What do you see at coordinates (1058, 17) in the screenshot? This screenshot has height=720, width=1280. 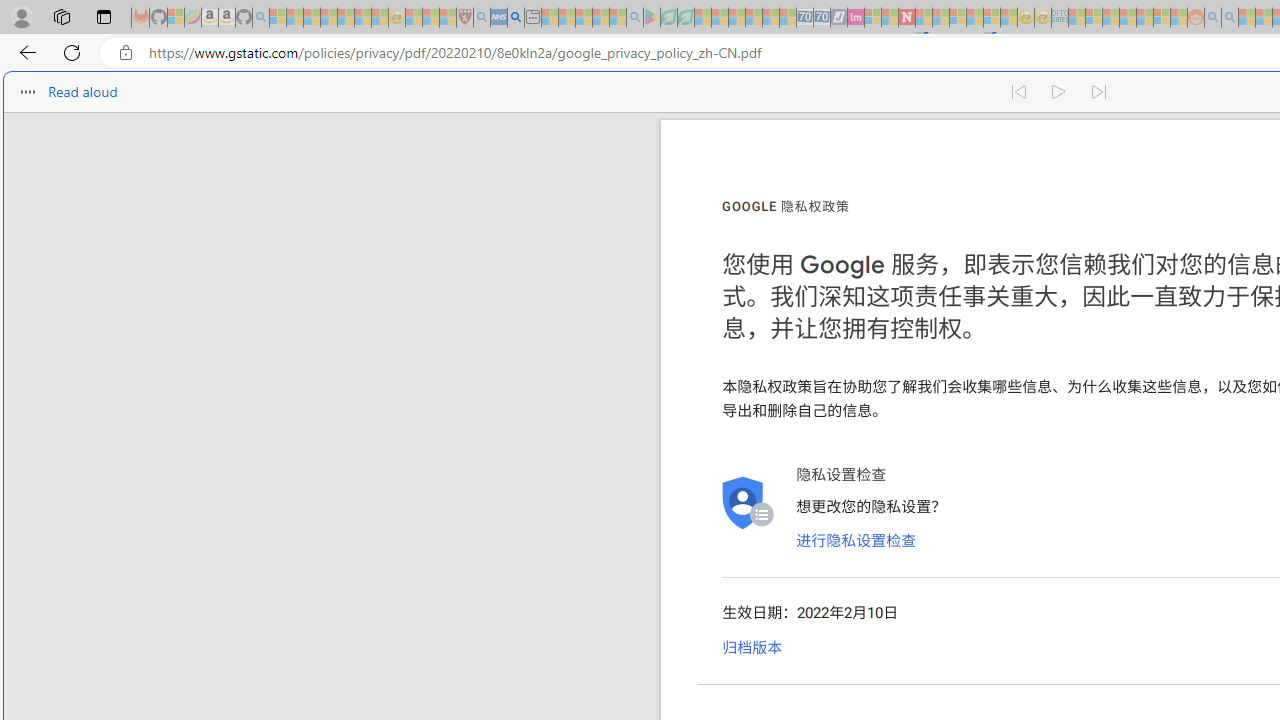 I see `'DITOGAMES AG Imprint - Sleeping'` at bounding box center [1058, 17].